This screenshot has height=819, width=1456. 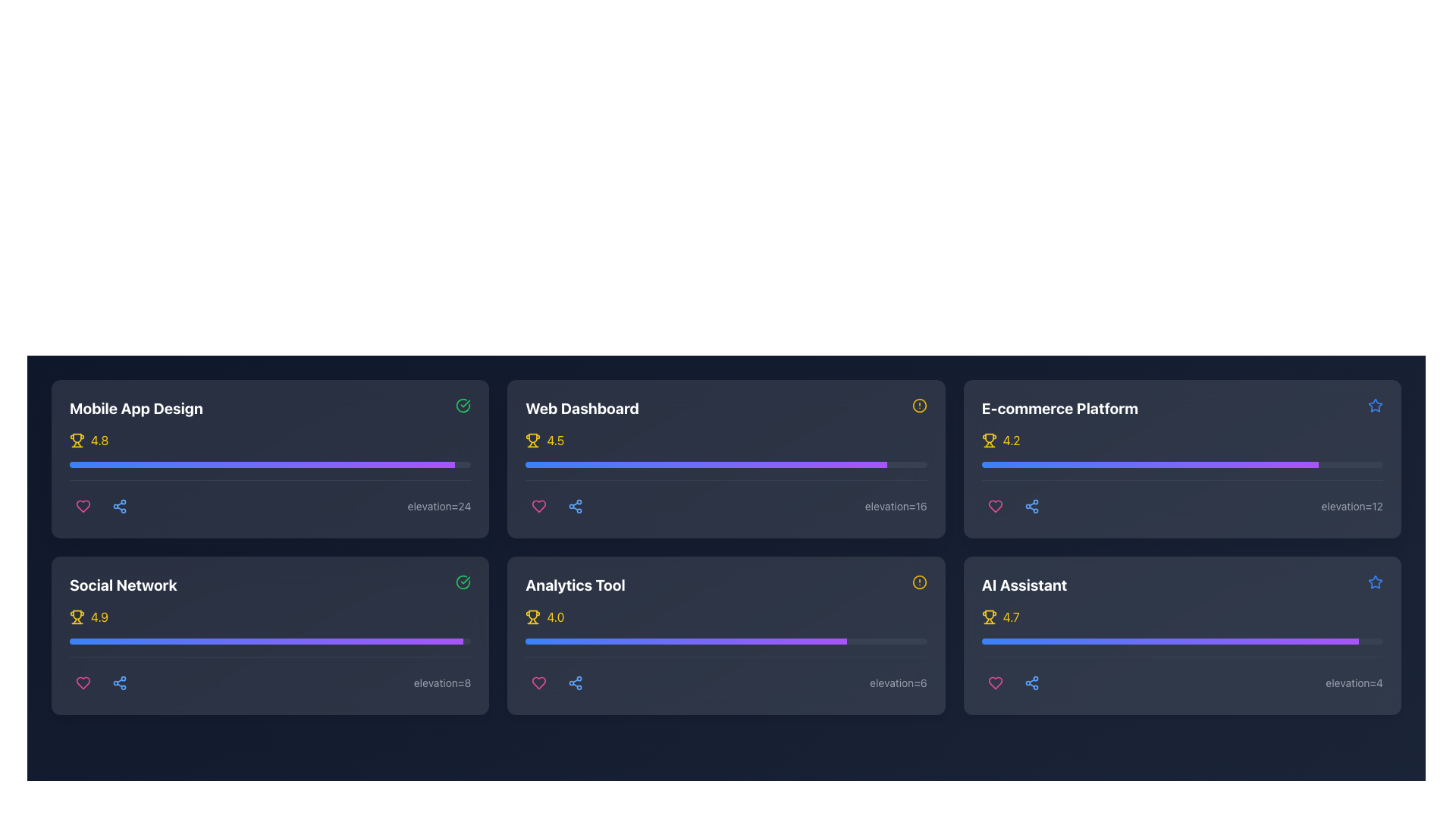 What do you see at coordinates (533, 438) in the screenshot?
I see `the award or achievement icon located in the upper left section of the 'Web Dashboard' card, adjacent to the rating score '4.5'` at bounding box center [533, 438].